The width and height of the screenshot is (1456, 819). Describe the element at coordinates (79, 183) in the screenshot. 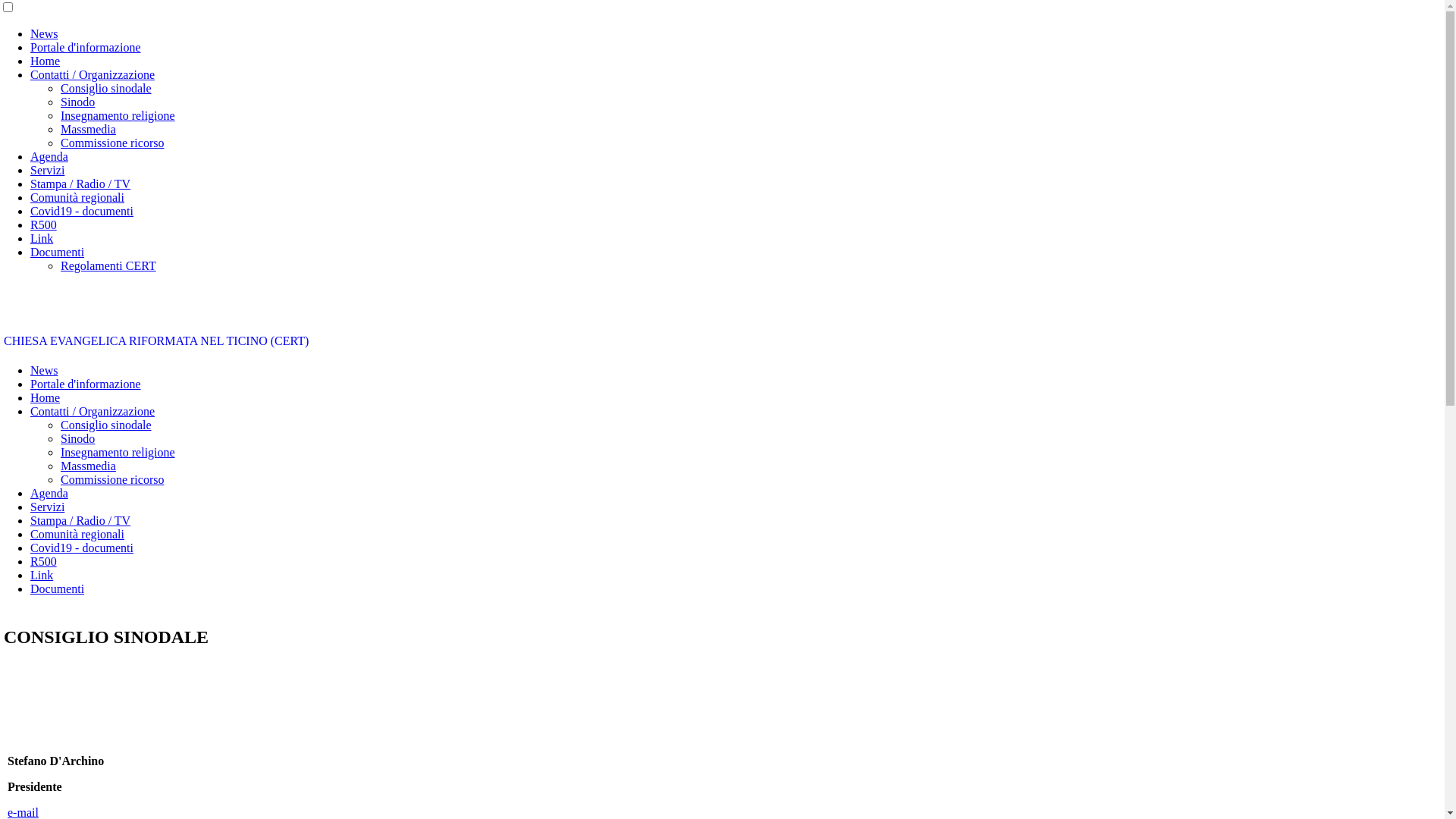

I see `'Stampa / Radio / TV'` at that location.